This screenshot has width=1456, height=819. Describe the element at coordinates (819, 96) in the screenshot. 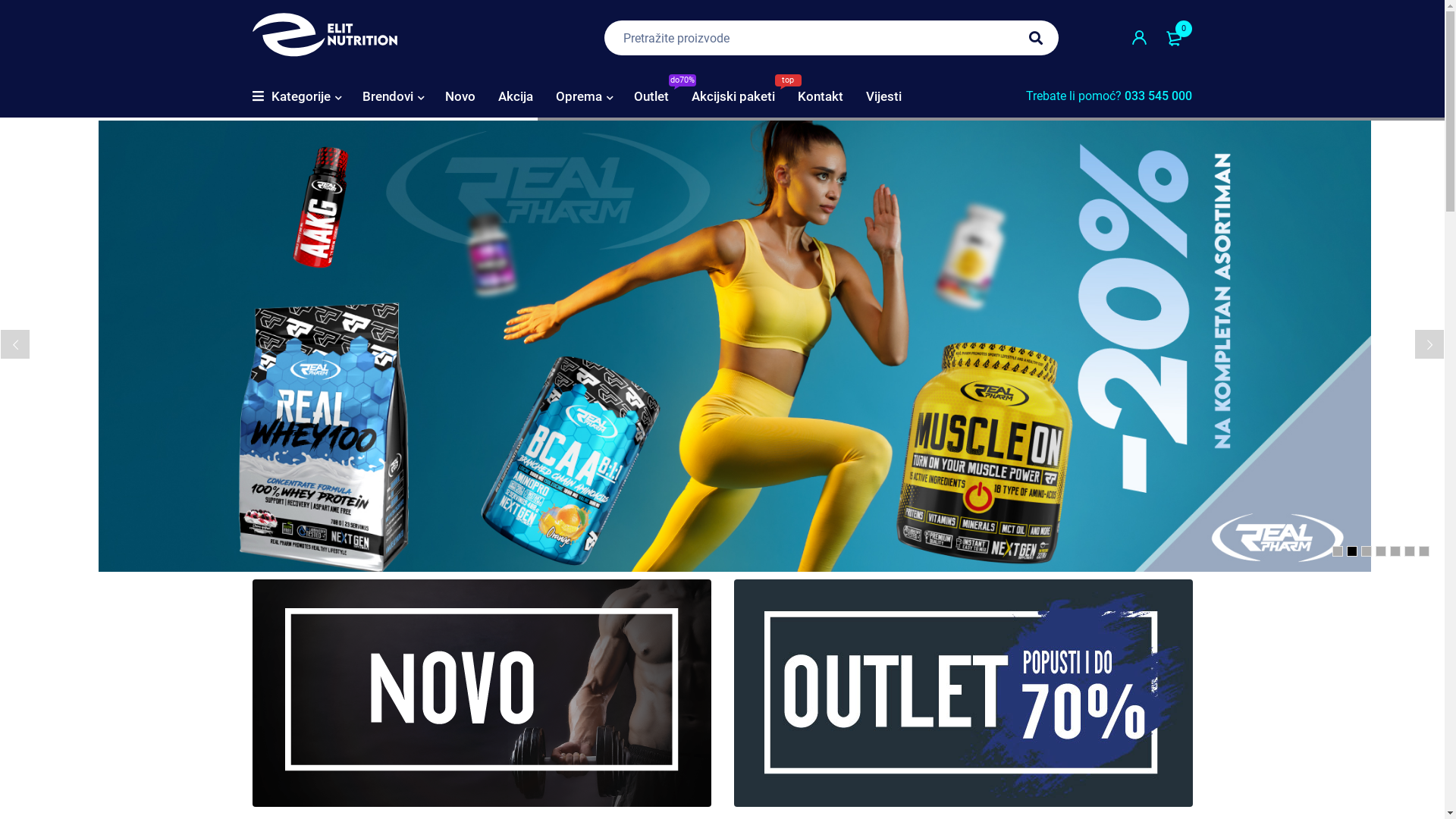

I see `'Kontakt'` at that location.